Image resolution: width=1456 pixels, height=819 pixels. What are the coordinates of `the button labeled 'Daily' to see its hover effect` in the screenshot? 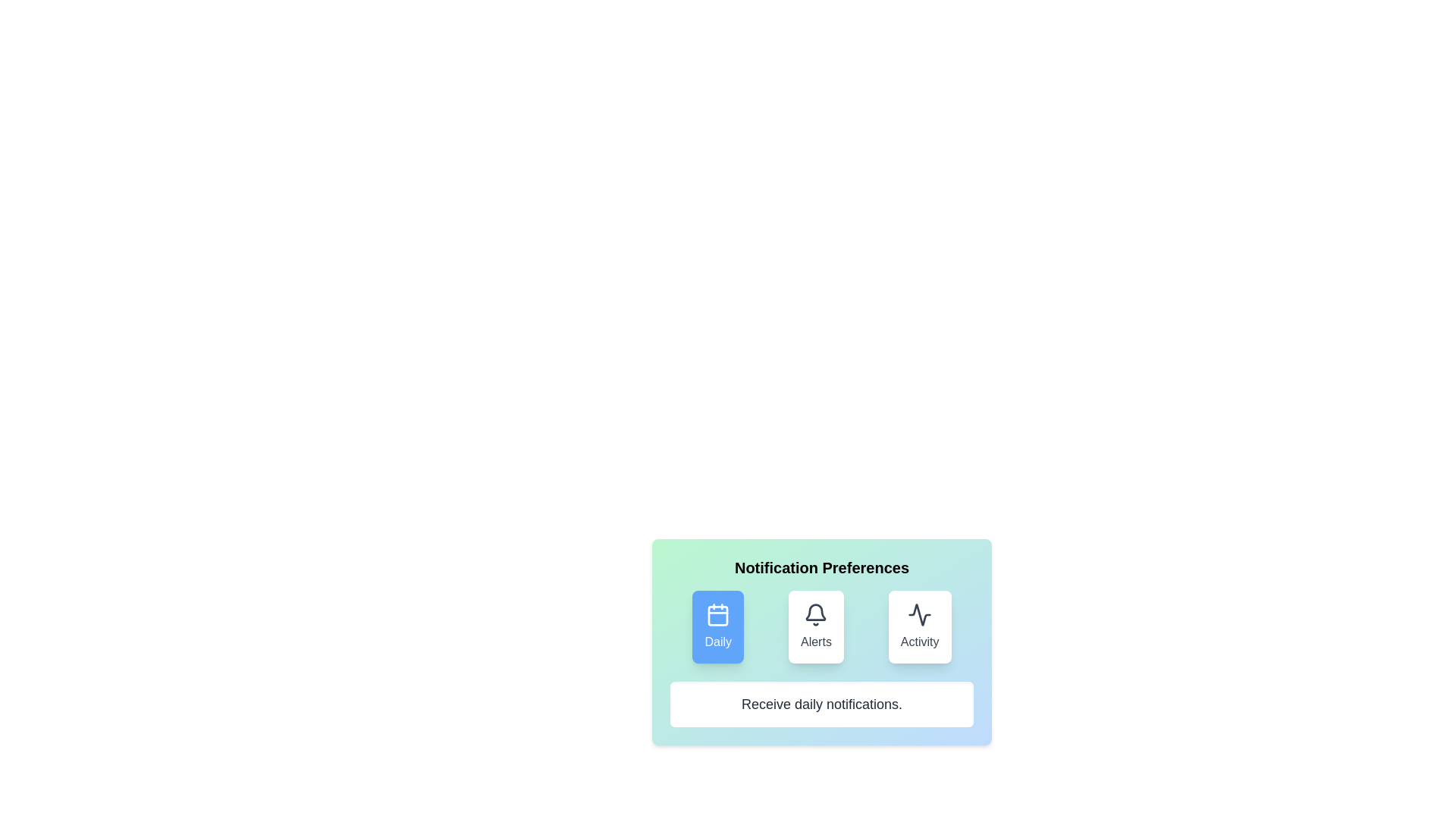 It's located at (717, 626).